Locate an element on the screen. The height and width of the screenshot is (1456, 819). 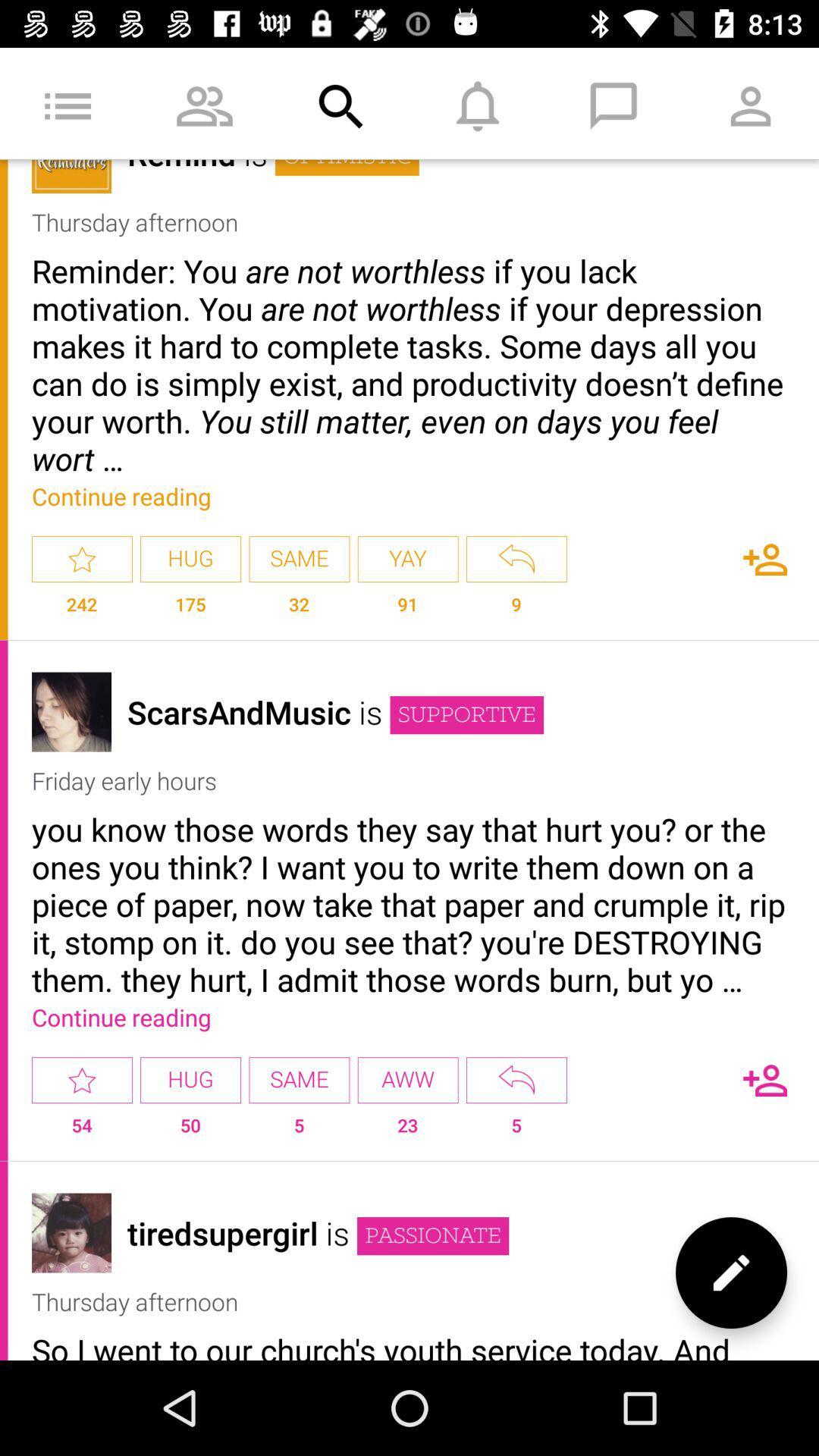
profile is located at coordinates (71, 1233).